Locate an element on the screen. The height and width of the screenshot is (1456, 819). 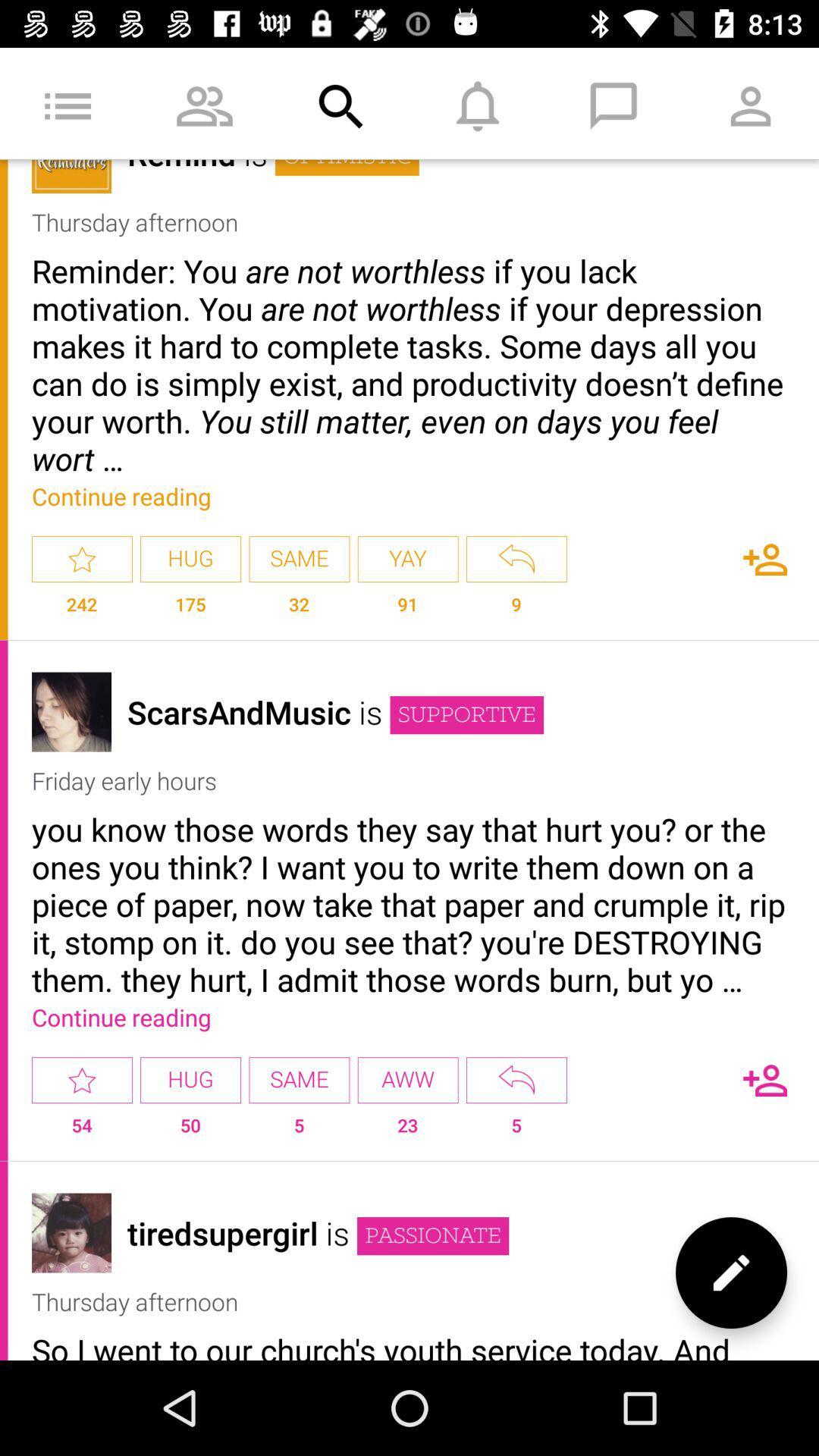
profile is located at coordinates (71, 1233).